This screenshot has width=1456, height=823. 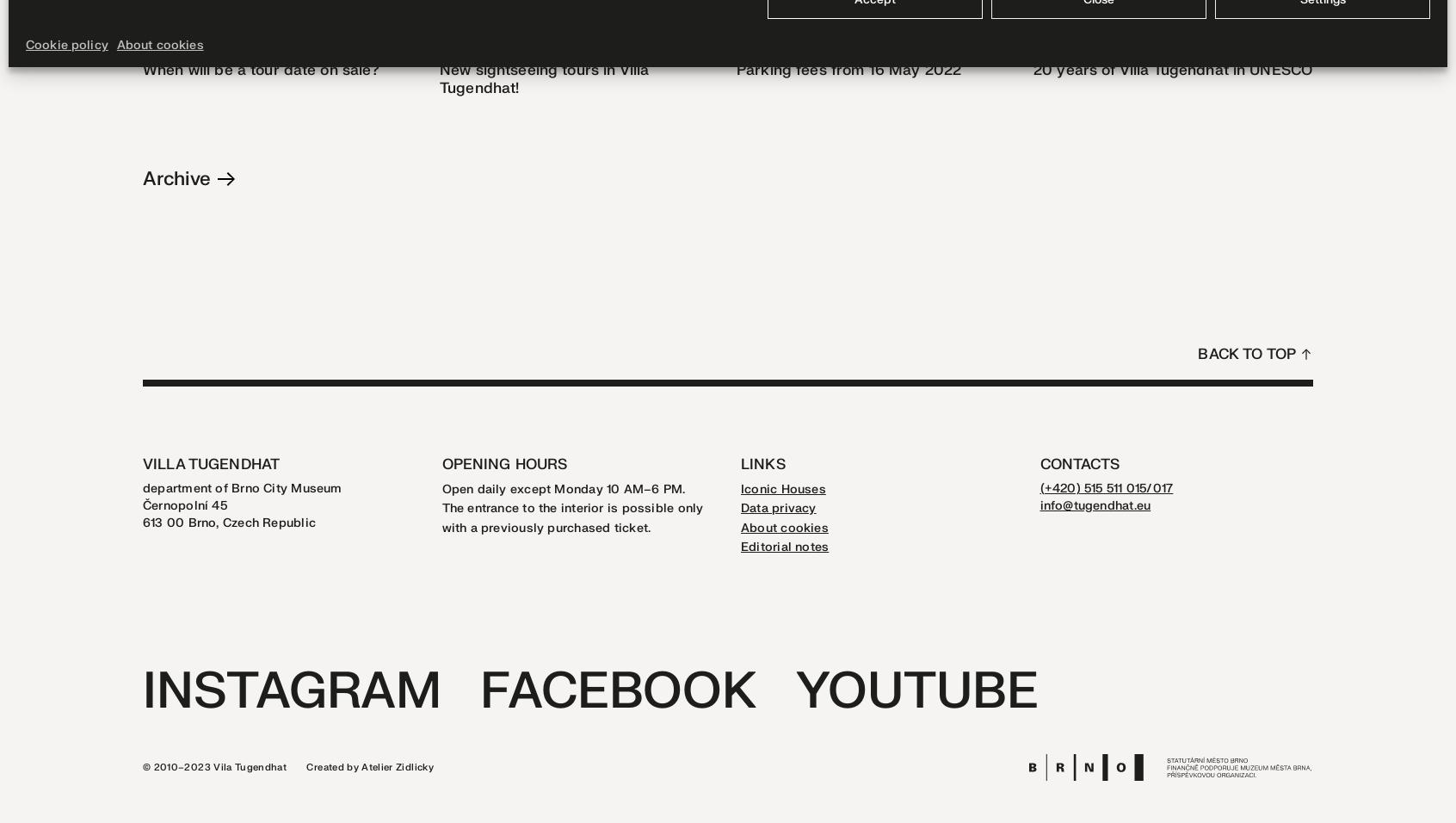 I want to click on 'Opening hours', so click(x=503, y=462).